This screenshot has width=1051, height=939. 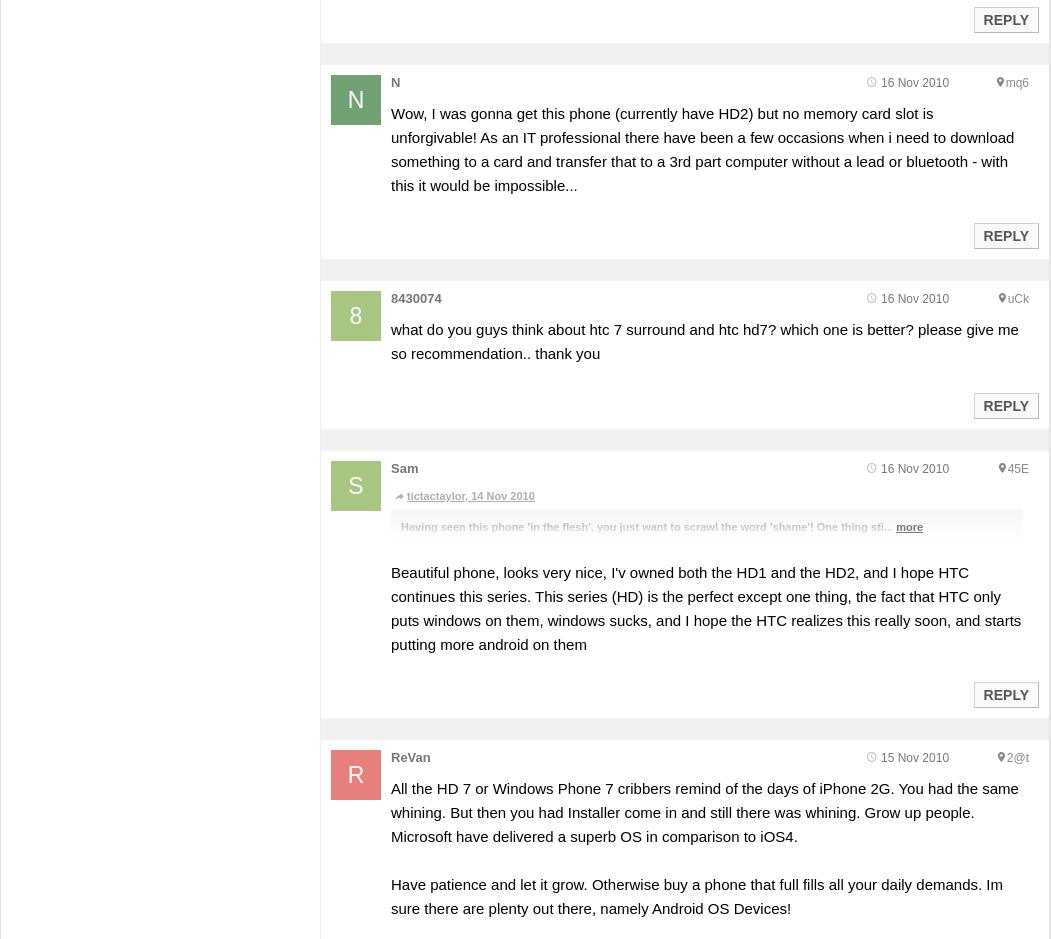 I want to click on '2@t', so click(x=1016, y=757).